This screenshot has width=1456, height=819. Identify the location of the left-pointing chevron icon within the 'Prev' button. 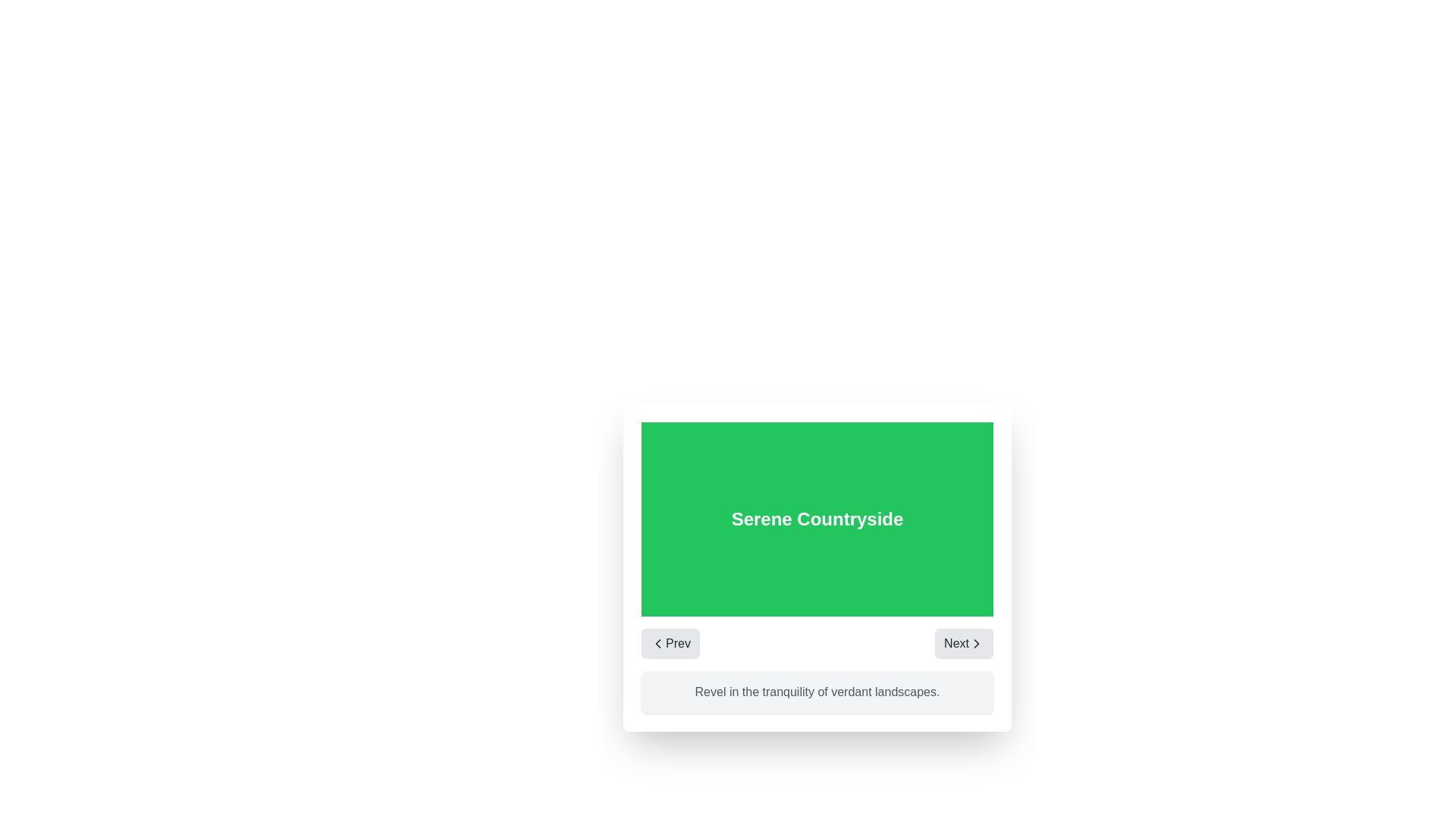
(658, 643).